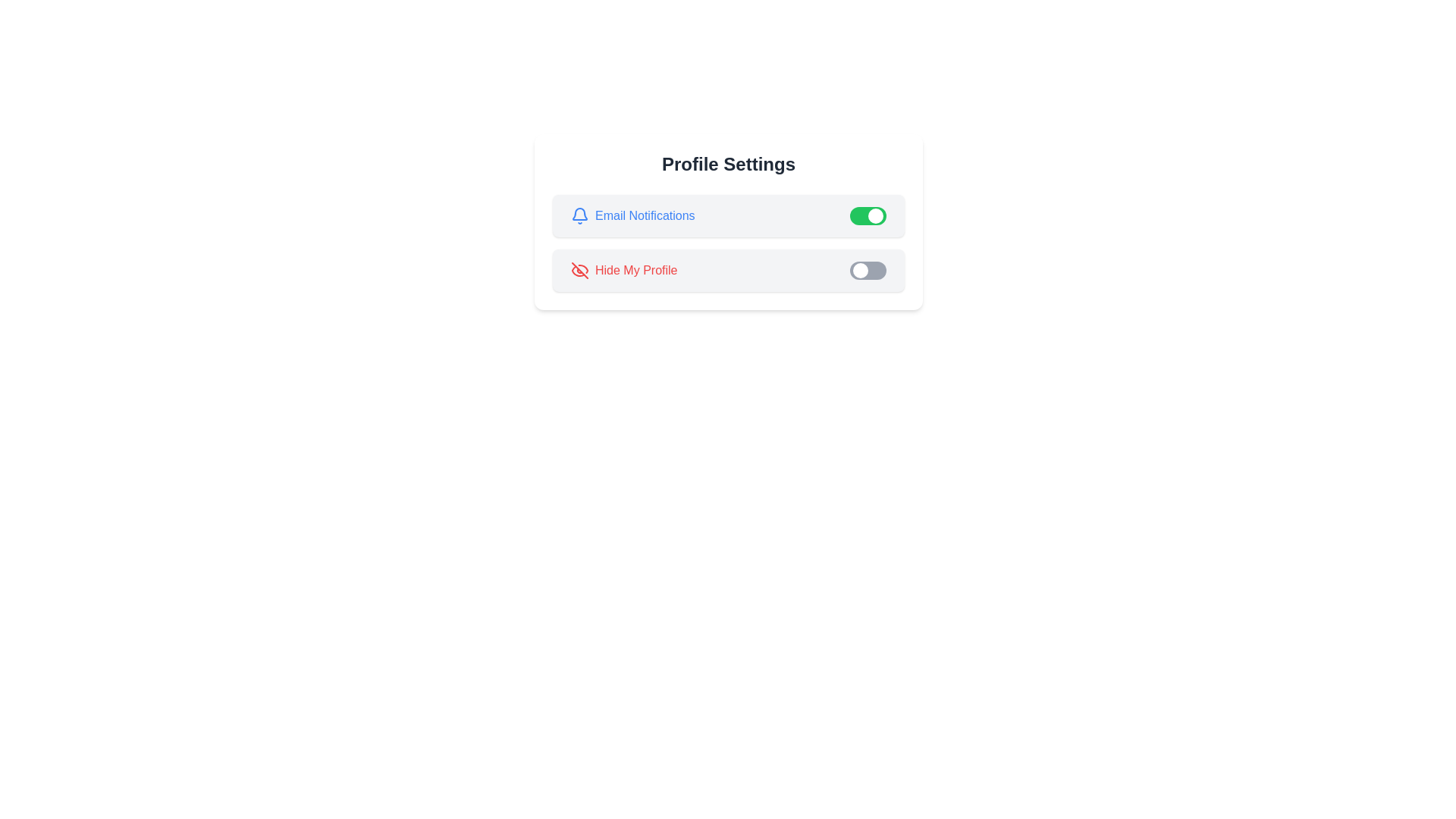 This screenshot has height=819, width=1456. Describe the element at coordinates (624, 270) in the screenshot. I see `the label with icon indicating visibility preferences in the Profile Settings card, located to the left of the toggle switch` at that location.